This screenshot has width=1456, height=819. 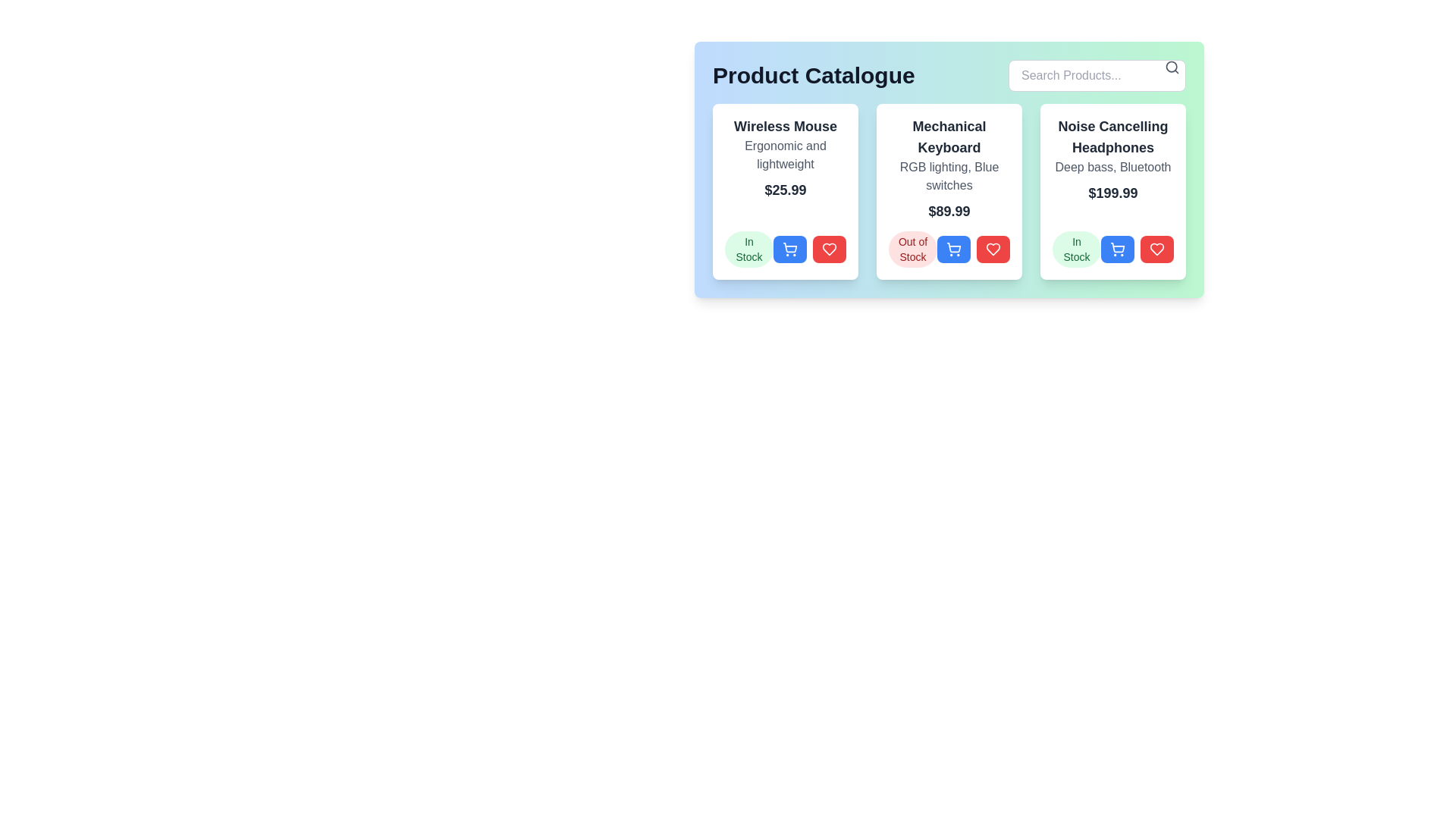 I want to click on the Status Badge indicating the availability of the product 'Noise Cancelling Headphones' in the bottom-left section of the product card to get stock status information, so click(x=1076, y=248).